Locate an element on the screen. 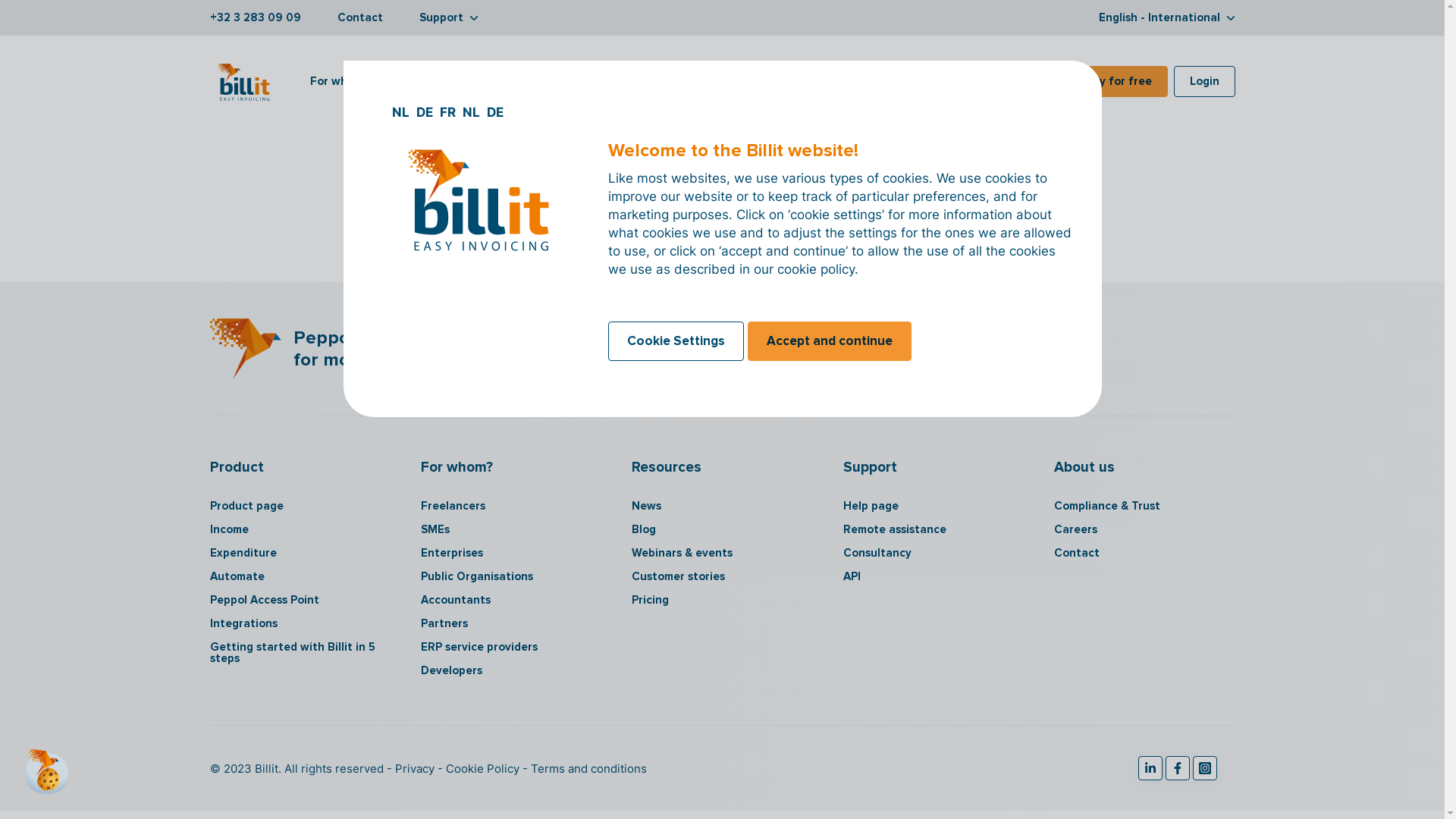 The image size is (1456, 819). 'cookie policy' is located at coordinates (814, 268).